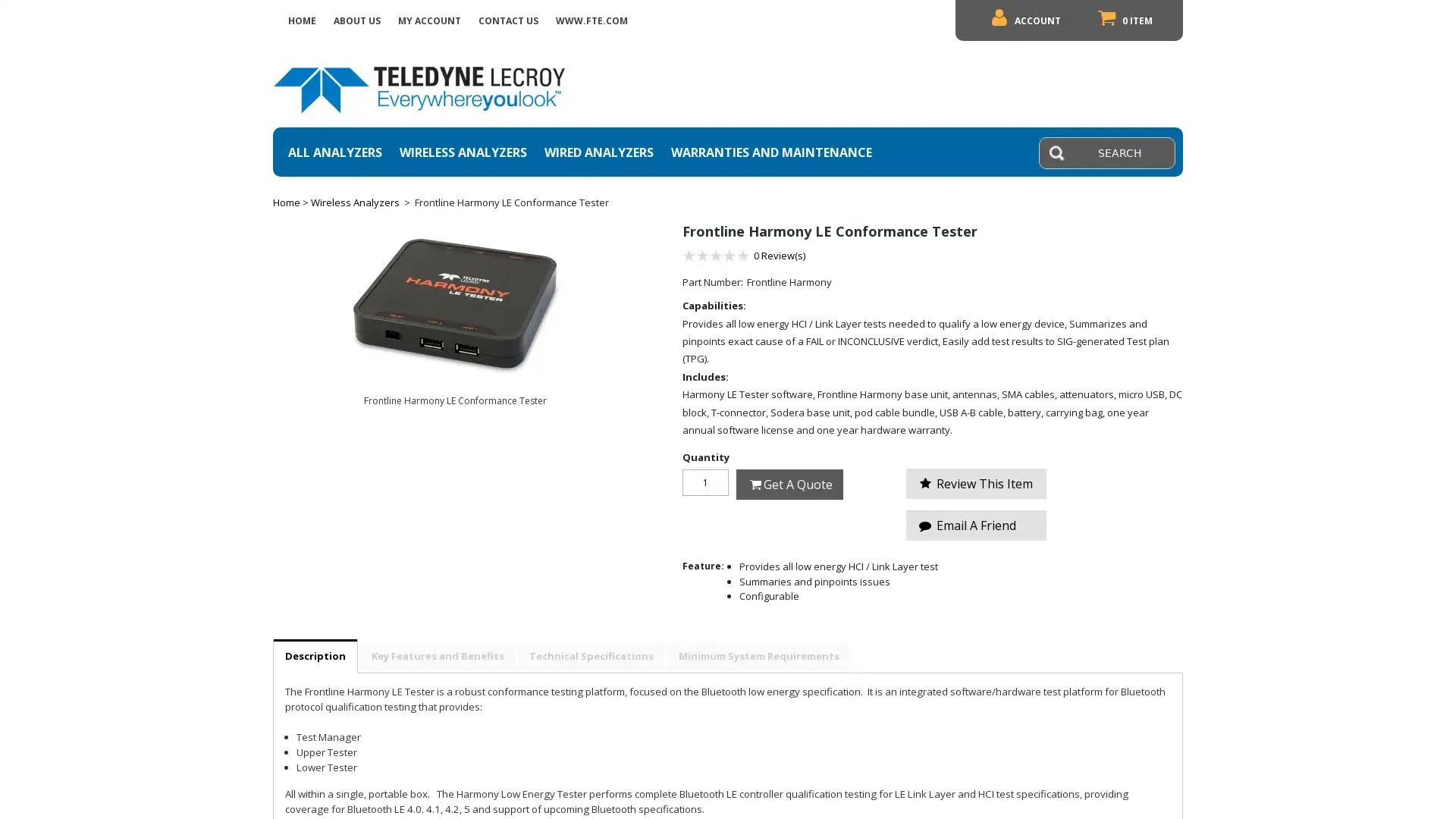 This screenshot has width=1456, height=819. I want to click on Get A Quote, so click(789, 483).